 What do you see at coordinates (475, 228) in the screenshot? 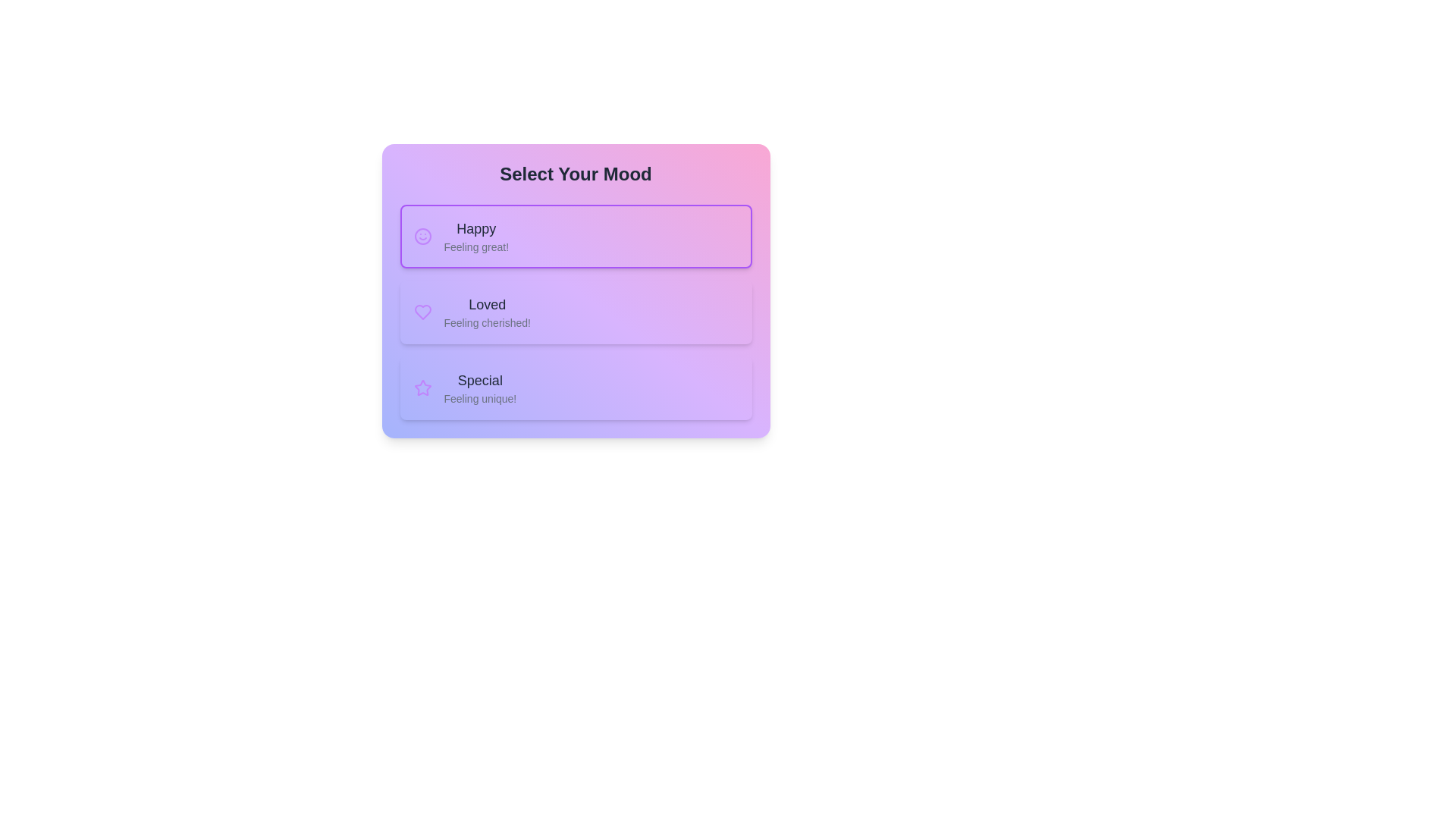
I see `the text label 'Happy' which is bold and large, positioned at the top of the card element above the smaller text 'Feeling great!'` at bounding box center [475, 228].